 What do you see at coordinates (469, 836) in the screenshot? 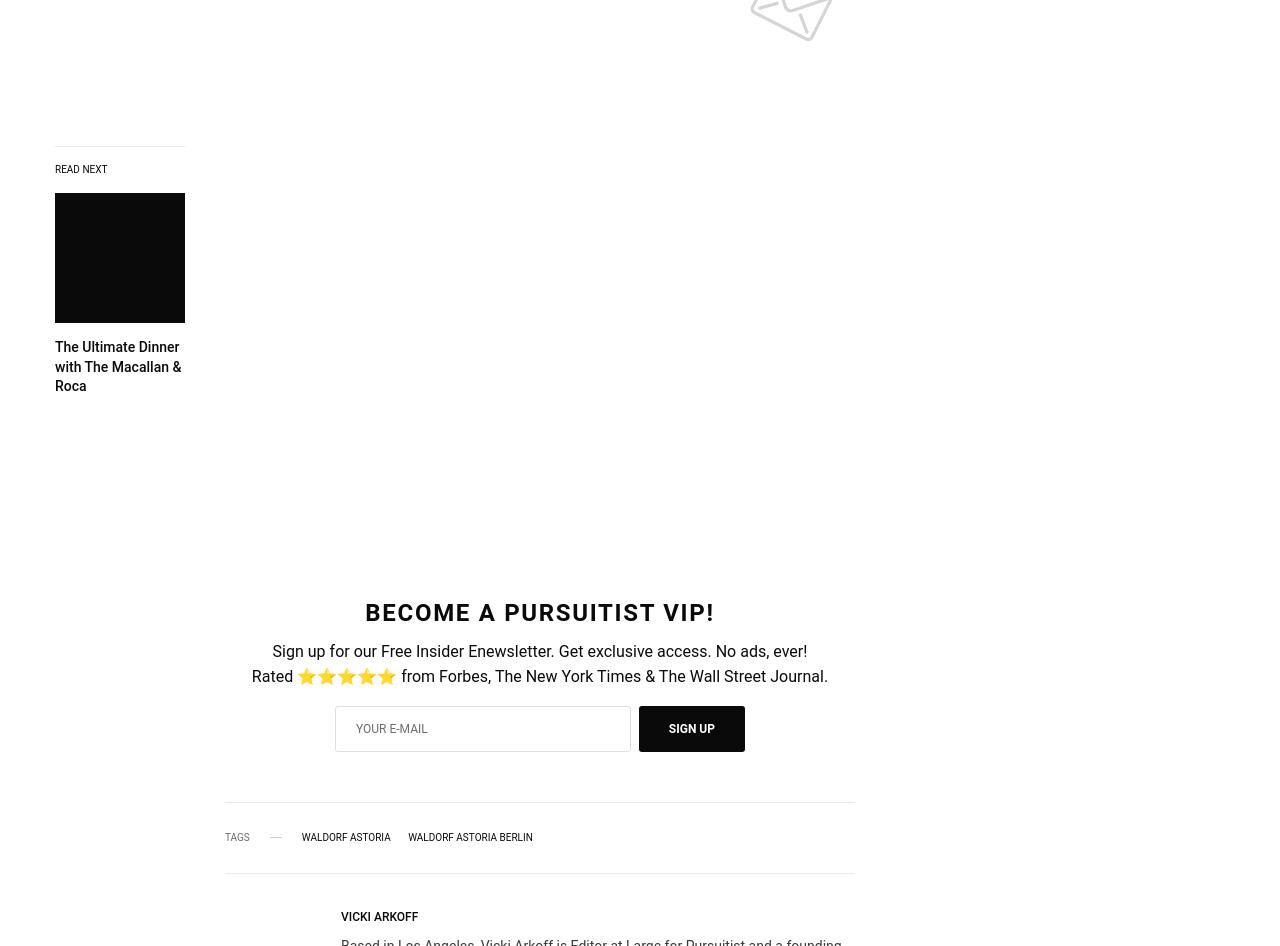
I see `'Waldorf Astoria Berlin'` at bounding box center [469, 836].